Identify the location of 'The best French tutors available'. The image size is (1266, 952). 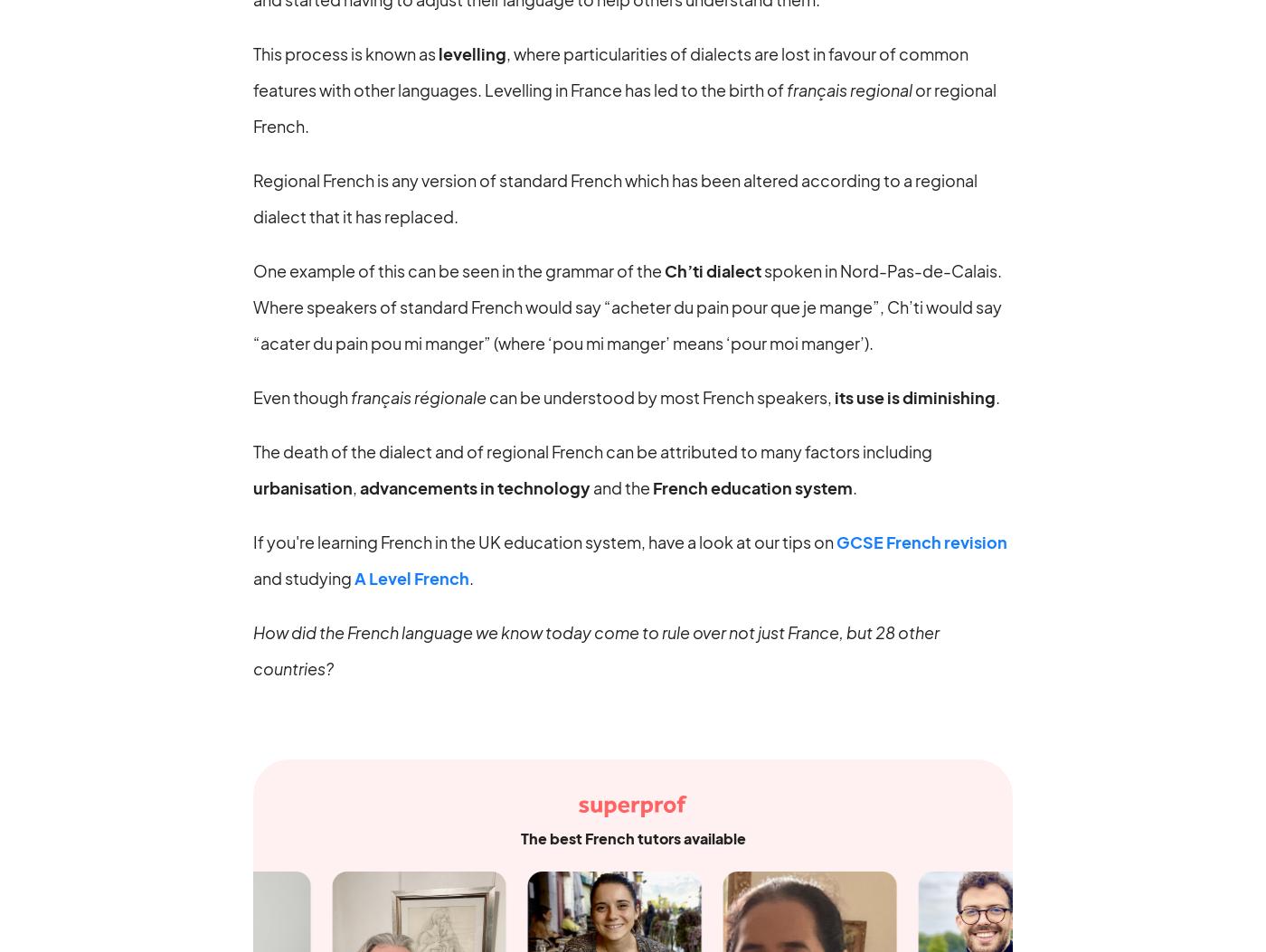
(632, 836).